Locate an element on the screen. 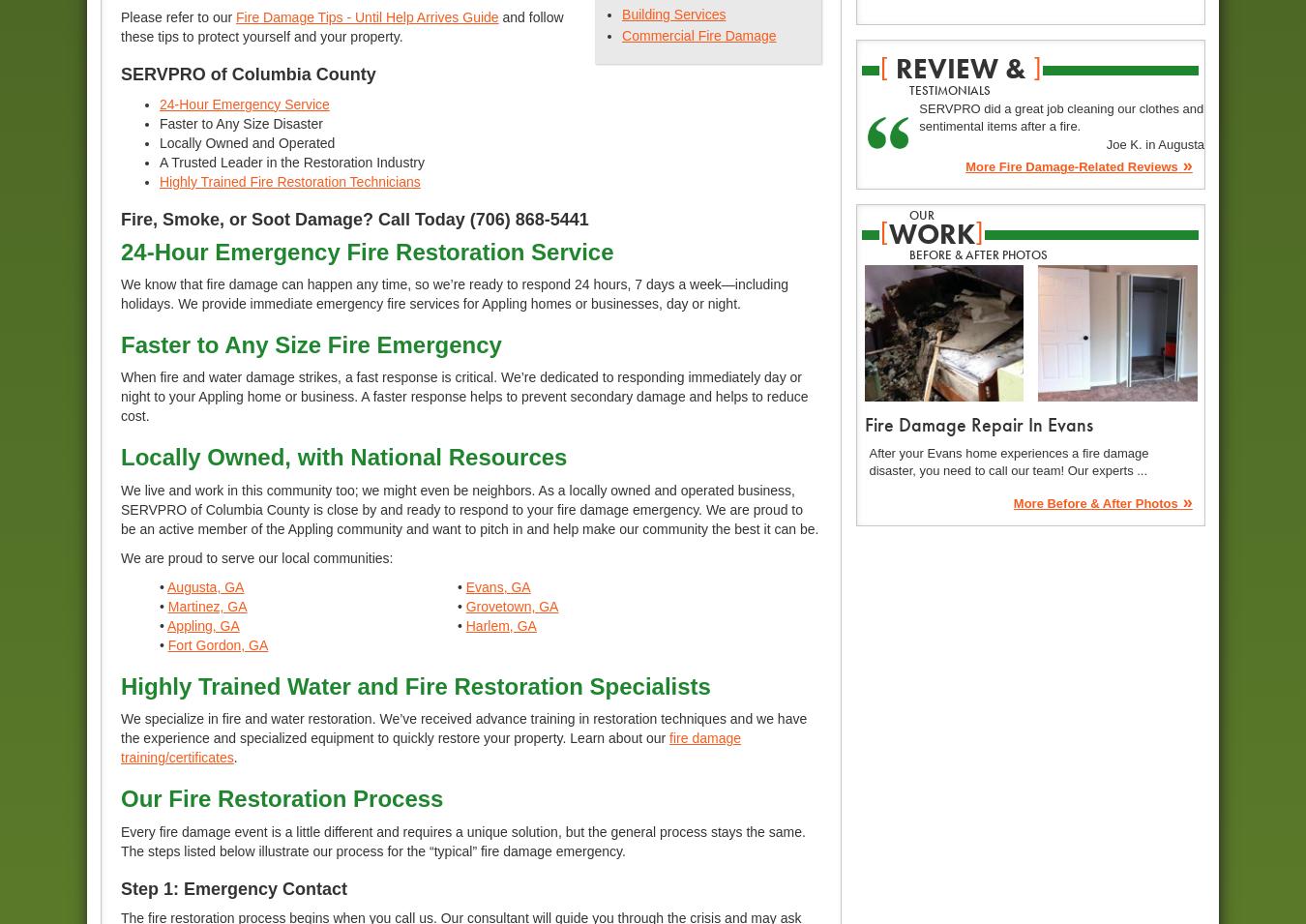 The height and width of the screenshot is (924, 1306). 'When fire and water damage strikes, a fast response is critical. We’re dedicated to responding immediately day or night to your Appling home or business. A faster response helps to prevent secondary damage and helps to reduce cost.' is located at coordinates (463, 395).